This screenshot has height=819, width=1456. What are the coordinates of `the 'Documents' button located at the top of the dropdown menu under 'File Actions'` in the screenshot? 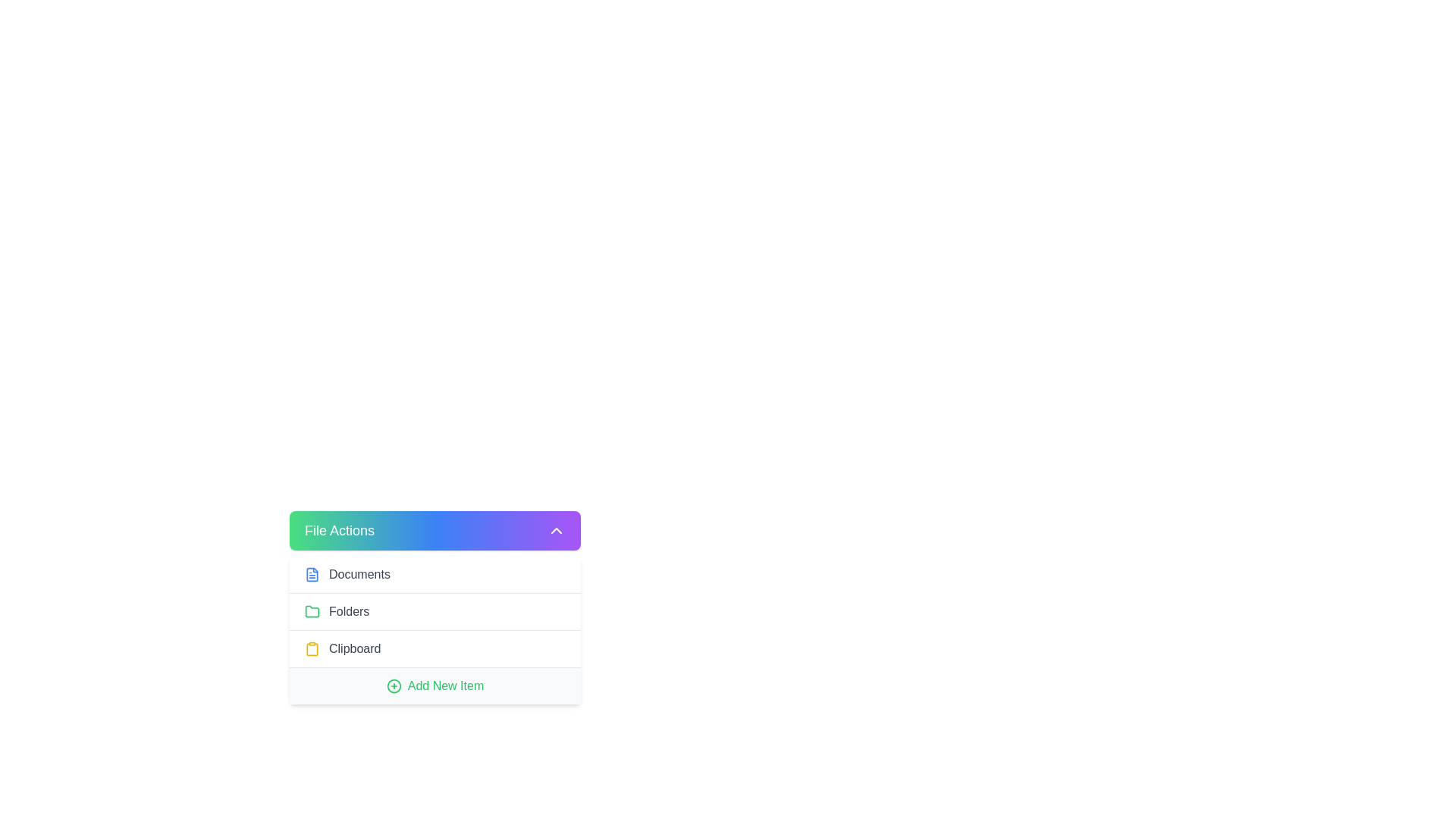 It's located at (435, 575).